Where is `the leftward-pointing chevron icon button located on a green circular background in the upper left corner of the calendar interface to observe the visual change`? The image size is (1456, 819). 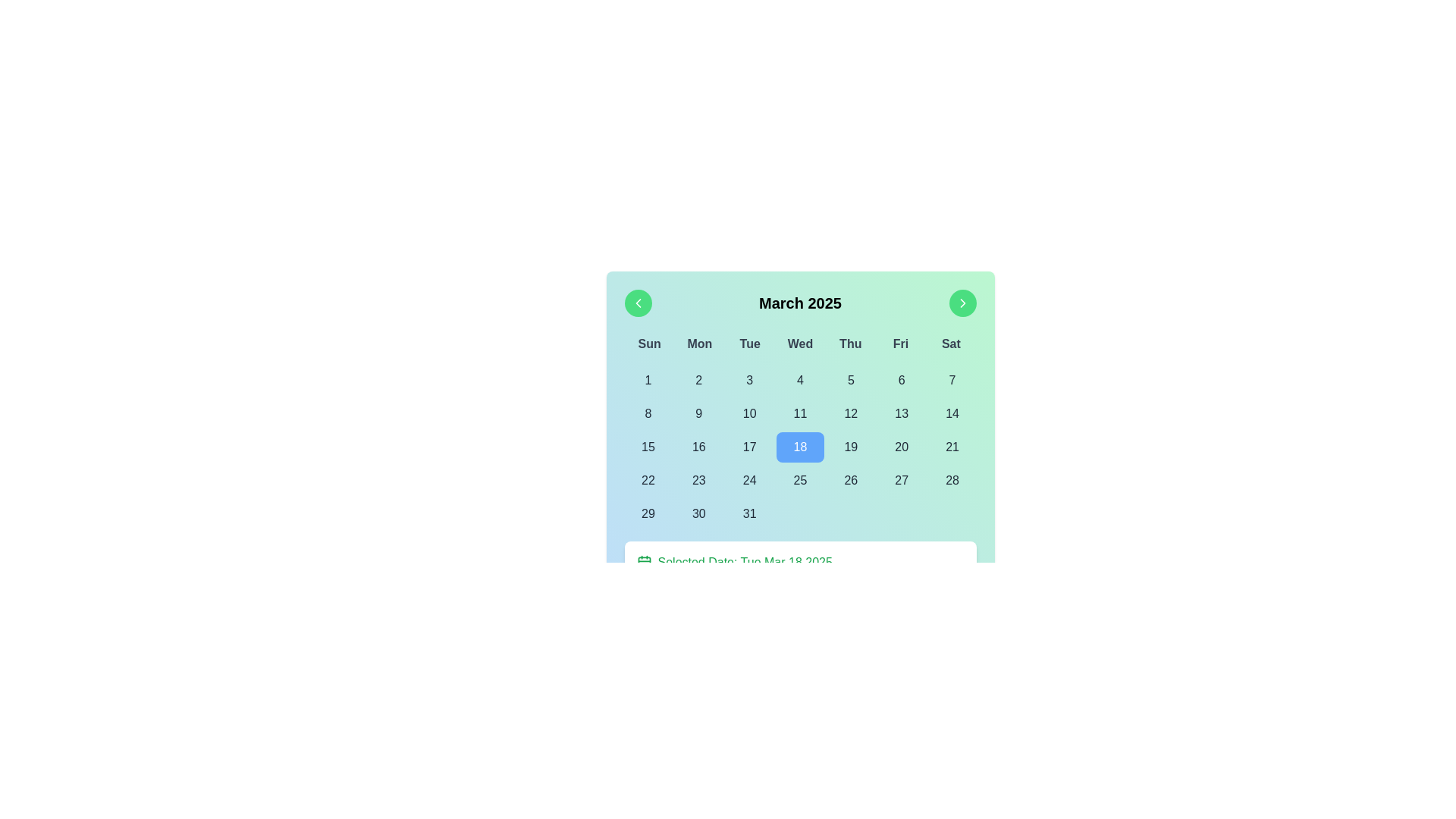 the leftward-pointing chevron icon button located on a green circular background in the upper left corner of the calendar interface to observe the visual change is located at coordinates (638, 303).